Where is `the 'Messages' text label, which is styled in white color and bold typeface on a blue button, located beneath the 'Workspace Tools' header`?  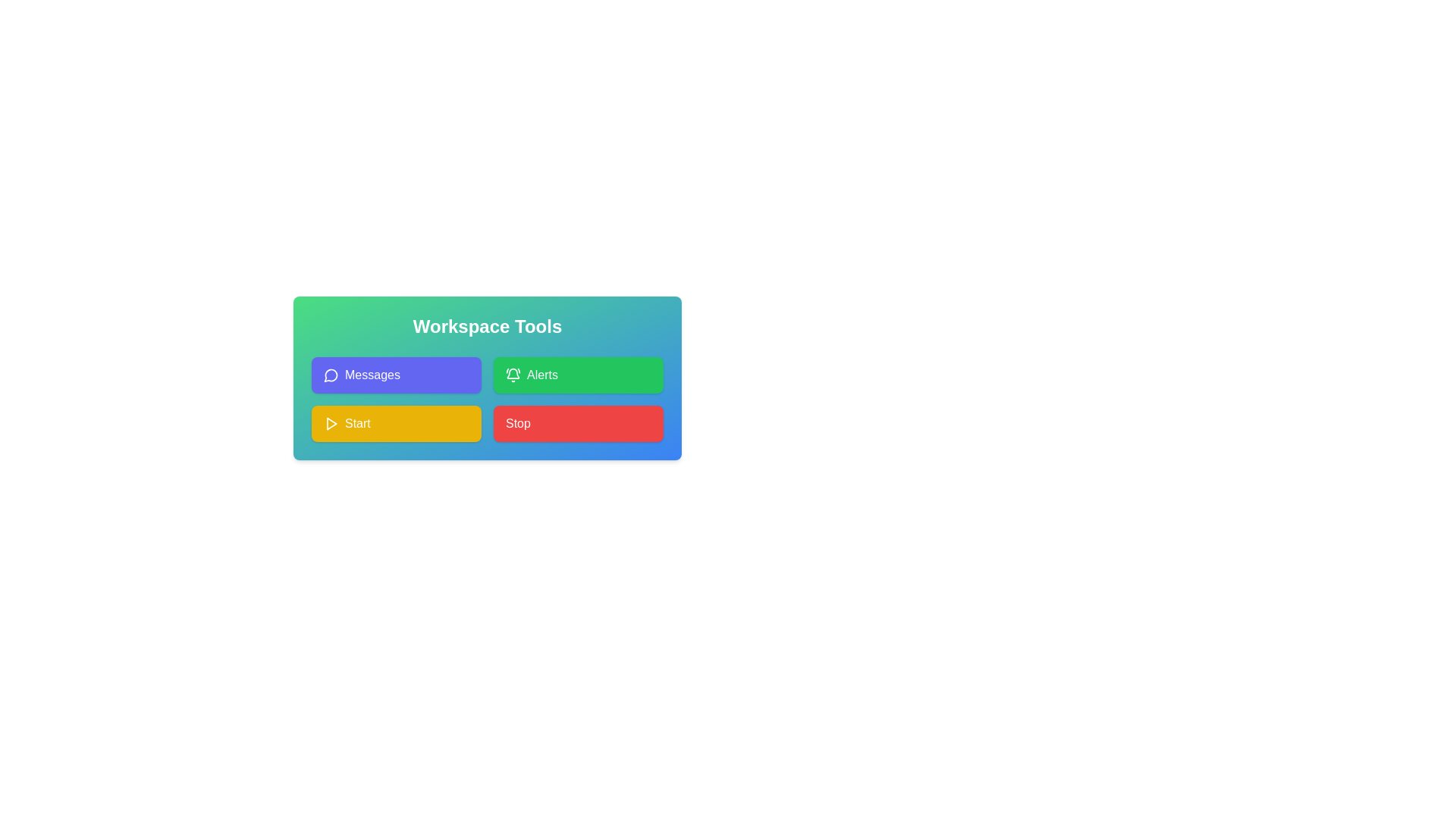
the 'Messages' text label, which is styled in white color and bold typeface on a blue button, located beneath the 'Workspace Tools' header is located at coordinates (372, 375).